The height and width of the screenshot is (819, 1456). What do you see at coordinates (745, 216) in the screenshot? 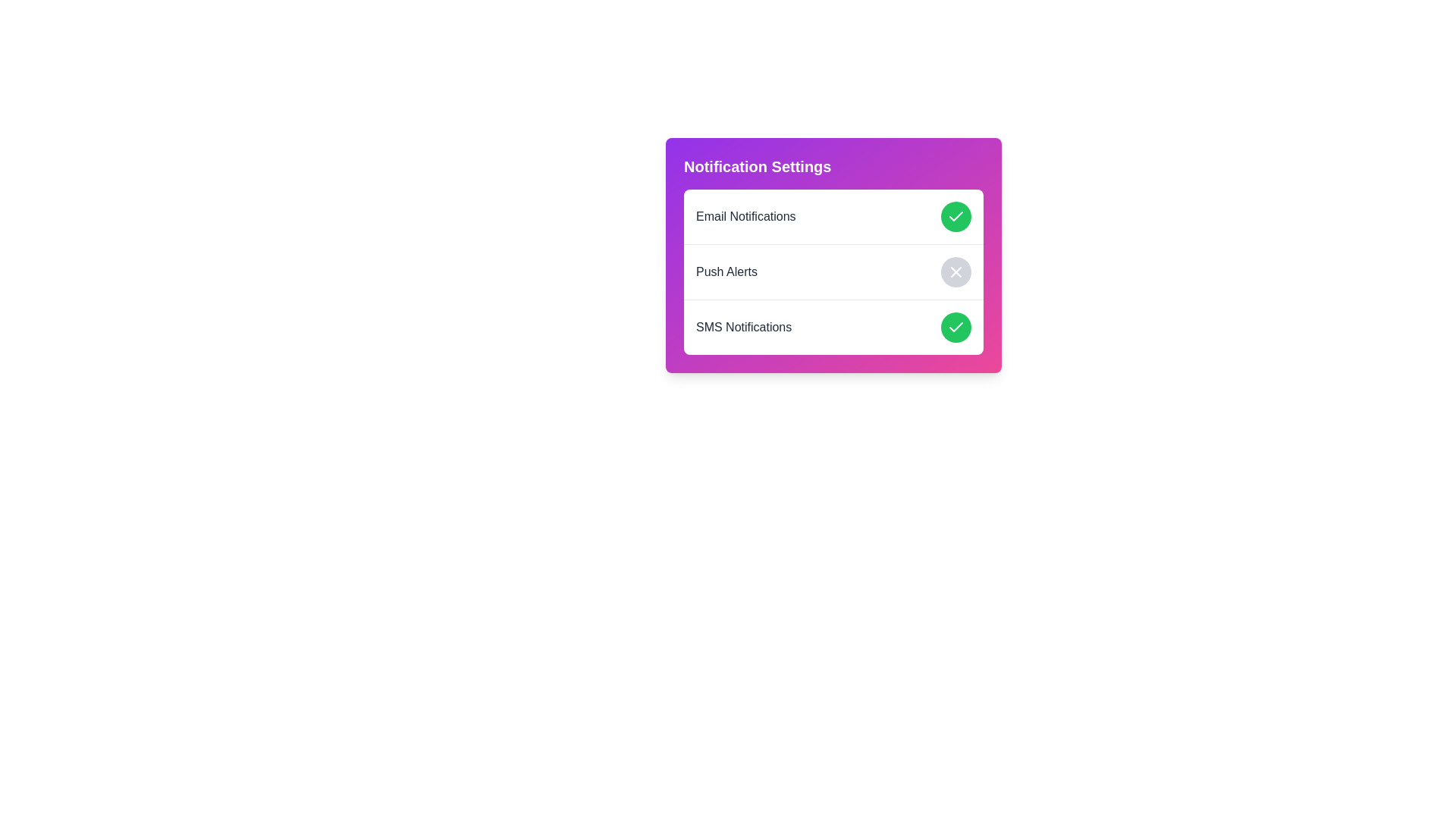
I see `the label text for the first notification setting located in the 'Notification Settings' section, positioned on the left side of the row next to the toggle button` at bounding box center [745, 216].